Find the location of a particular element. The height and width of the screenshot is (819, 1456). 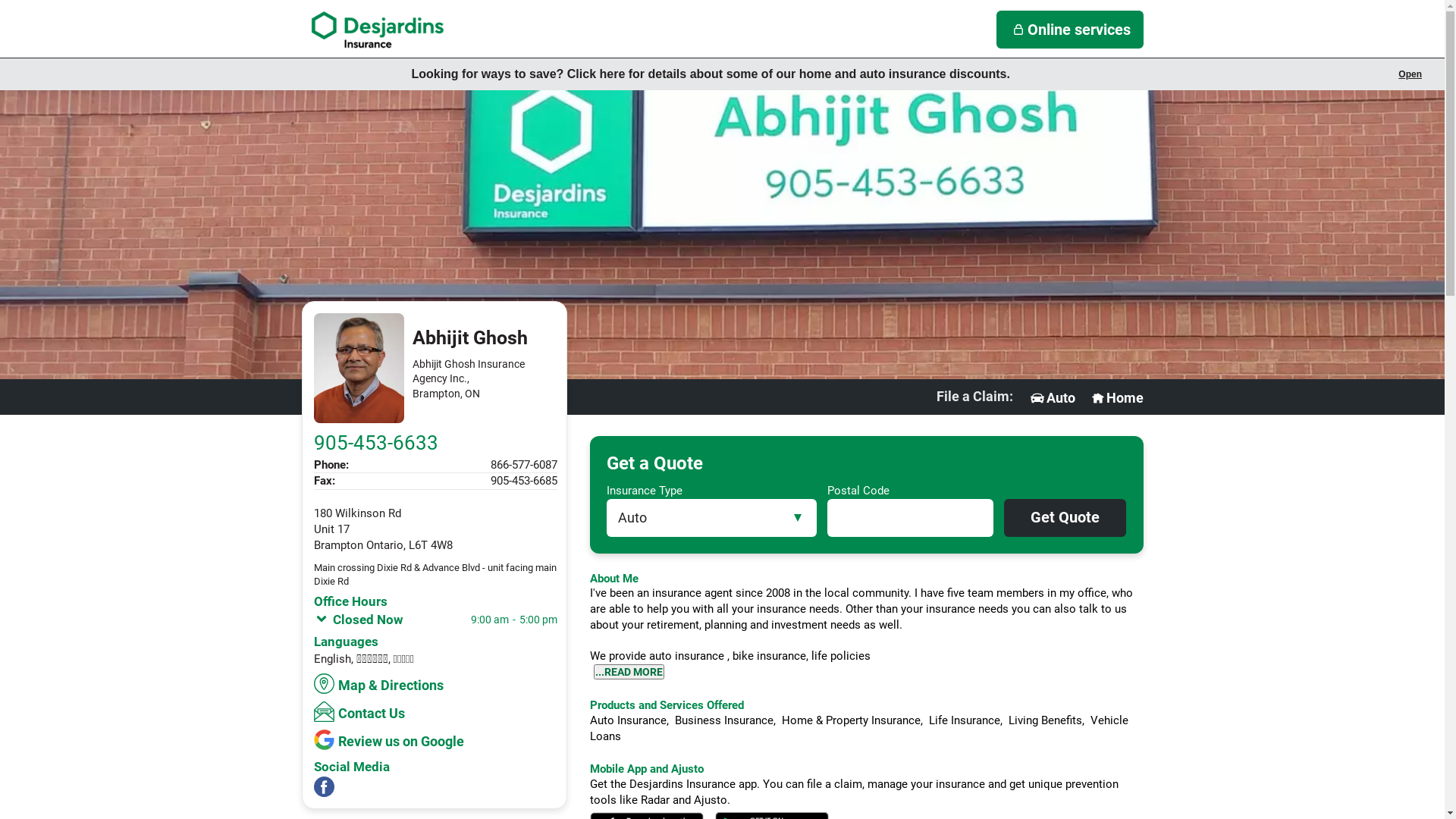

'866-577-6087' is located at coordinates (523, 464).